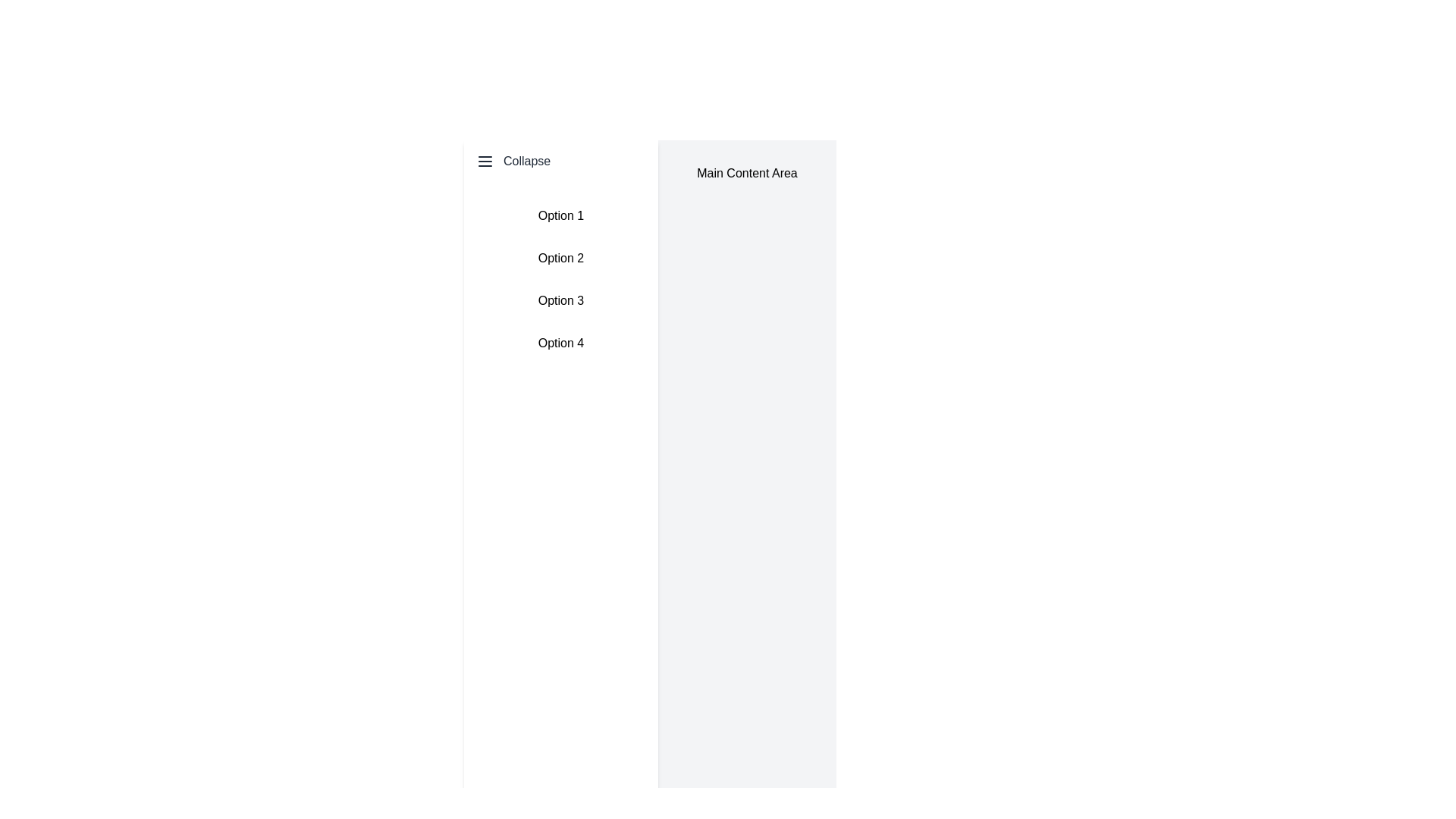  What do you see at coordinates (527, 161) in the screenshot?
I see `the 'Collapse' text label located next to the menu icon on the left navigation bar` at bounding box center [527, 161].